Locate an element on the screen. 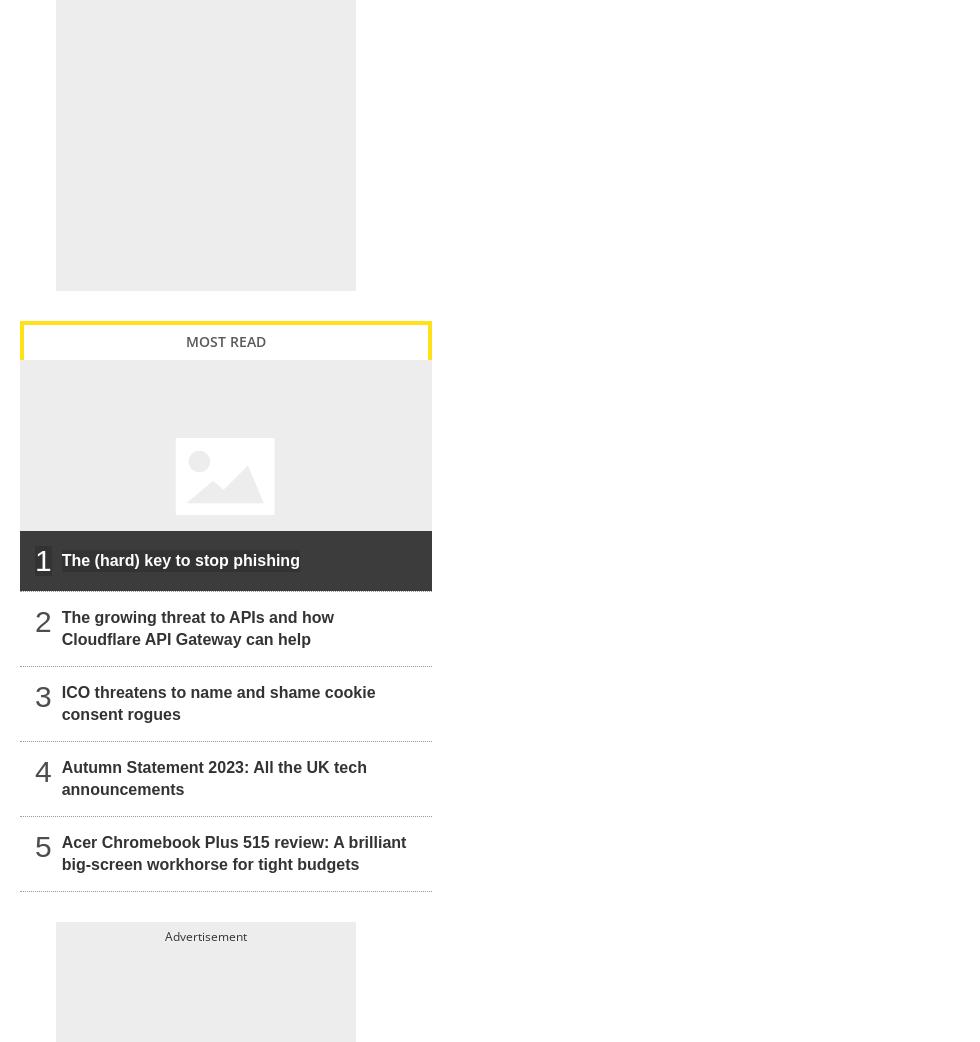 The width and height of the screenshot is (980, 1042). 'Autumn Statement 2023: All the UK tech announcements' is located at coordinates (60, 777).